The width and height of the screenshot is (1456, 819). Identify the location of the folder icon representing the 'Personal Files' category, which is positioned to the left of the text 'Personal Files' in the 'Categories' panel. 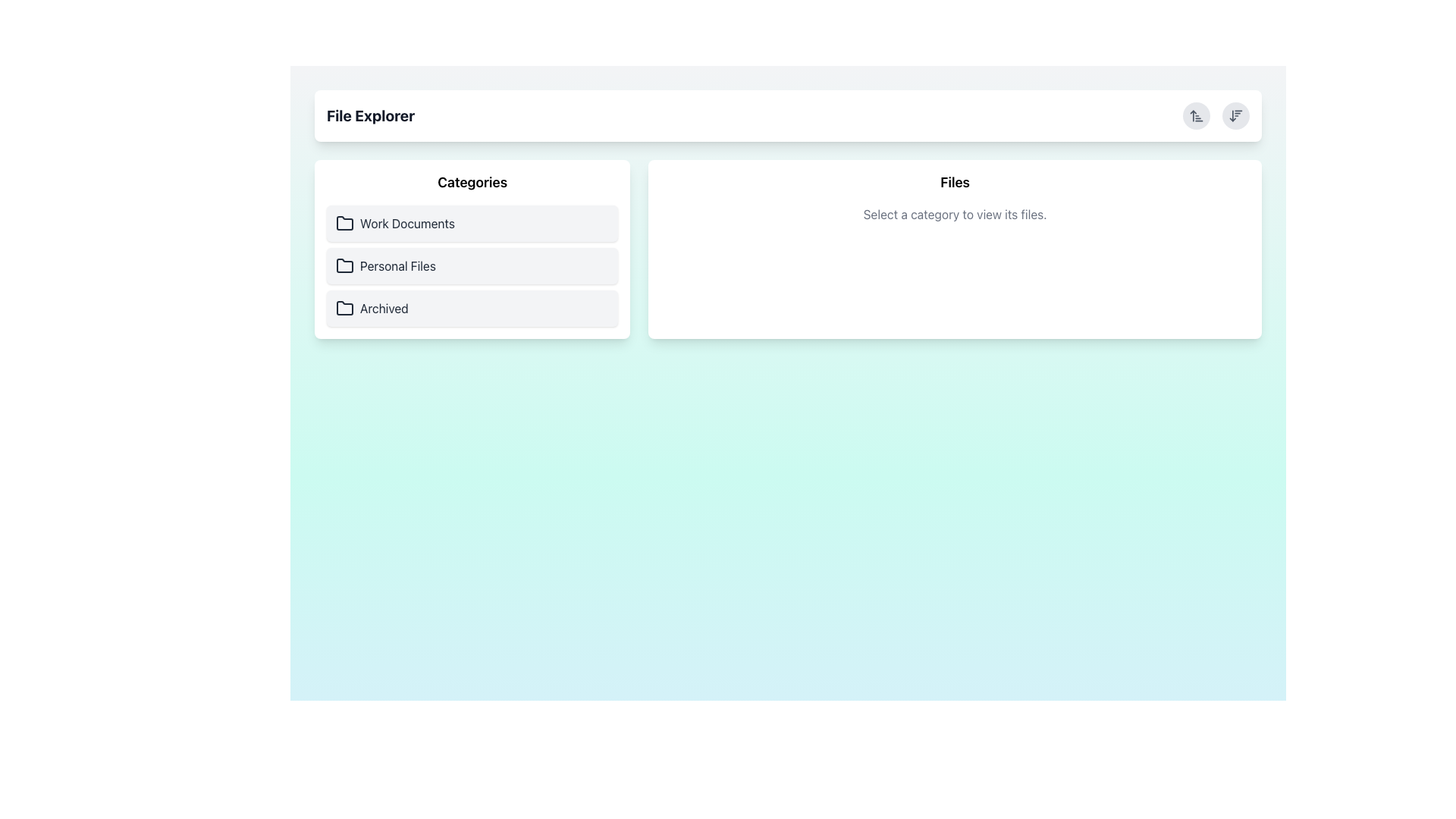
(344, 265).